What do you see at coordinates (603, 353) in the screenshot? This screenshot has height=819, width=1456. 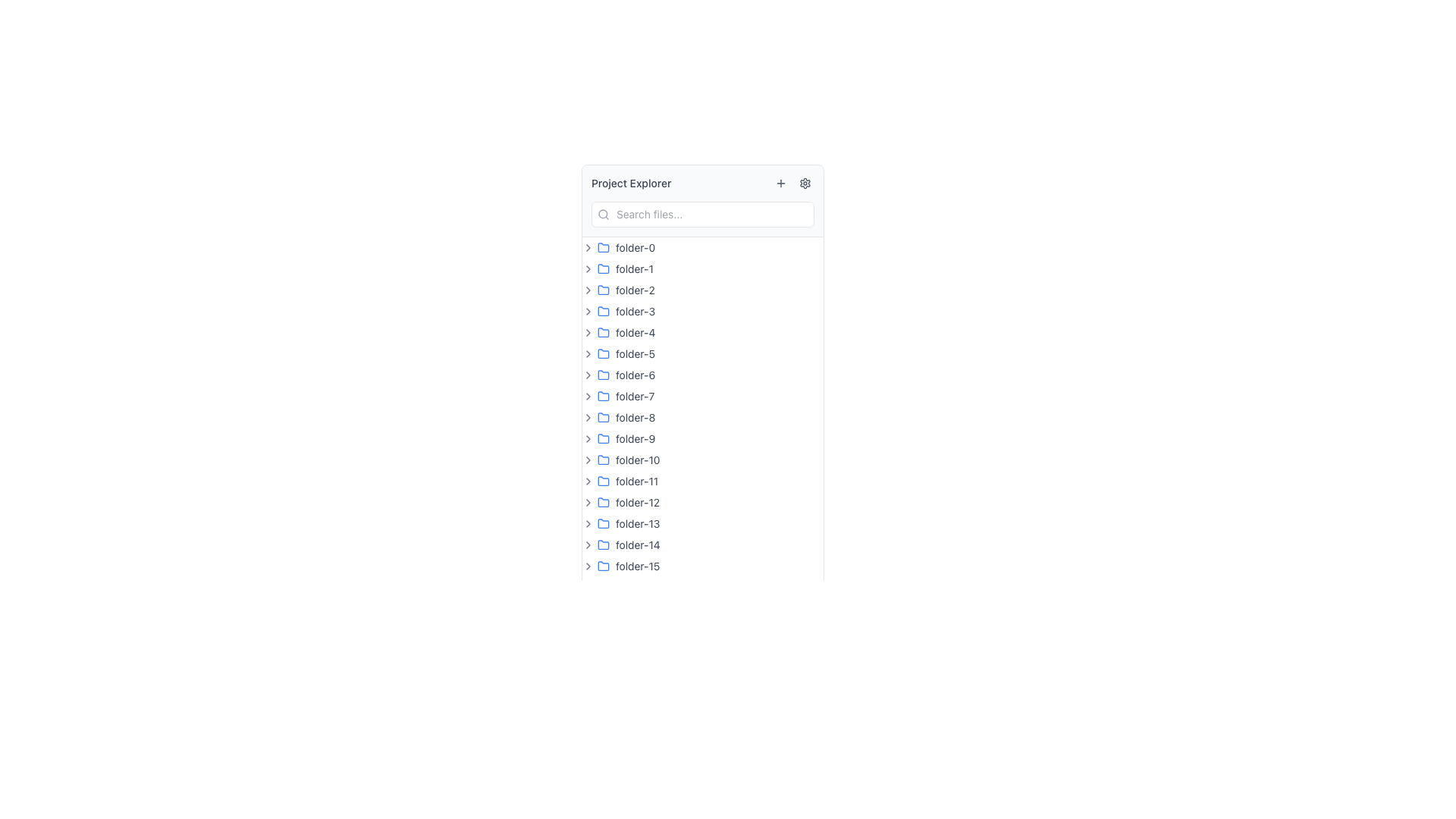 I see `the blue outline folder icon representing 'folder-5' in the Project Explorer` at bounding box center [603, 353].